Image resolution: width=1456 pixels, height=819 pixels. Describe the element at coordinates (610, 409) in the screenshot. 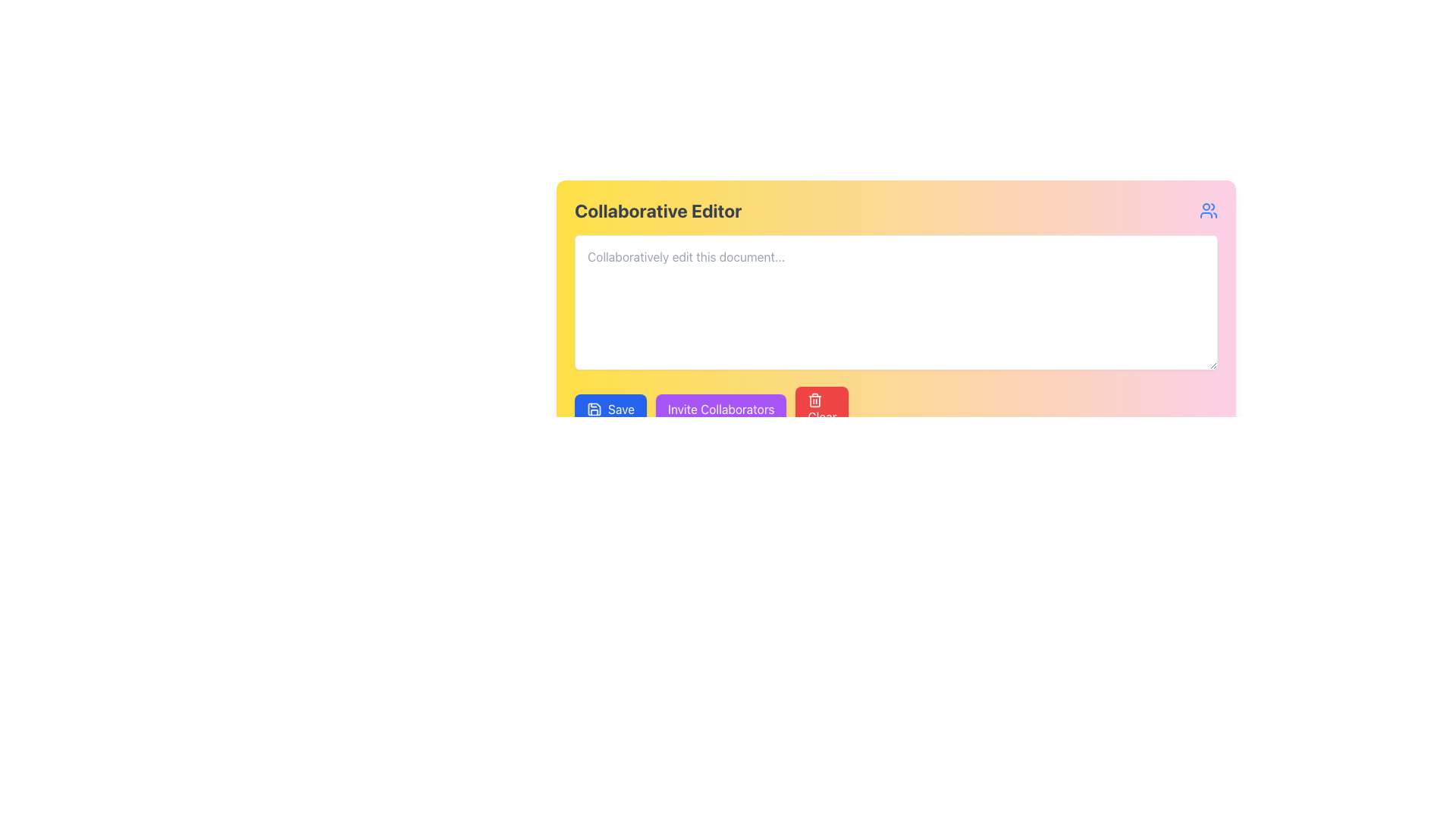

I see `the first button in the horizontal group below the text area` at that location.